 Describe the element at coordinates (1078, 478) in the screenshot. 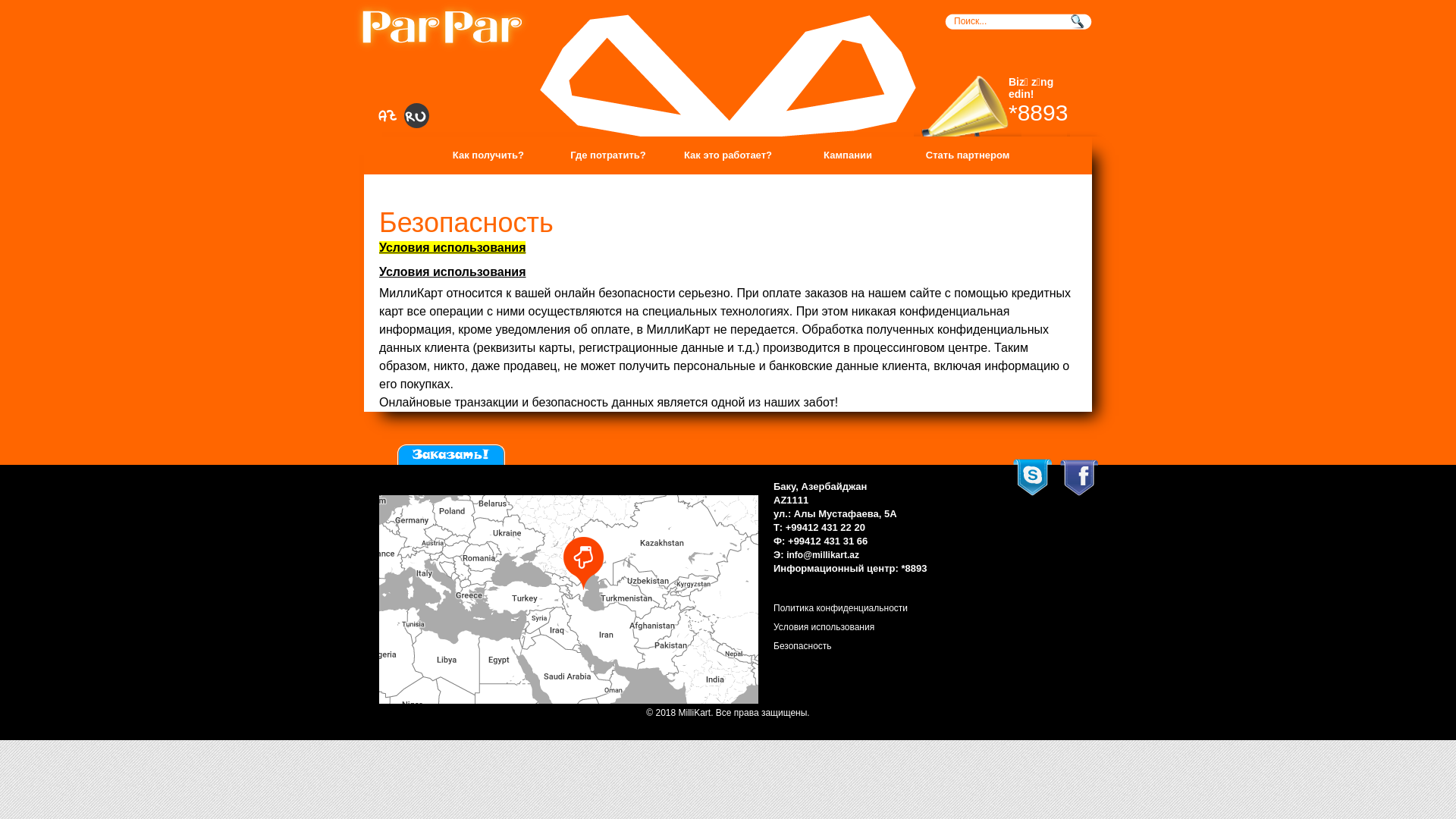

I see `'Facebook'` at that location.